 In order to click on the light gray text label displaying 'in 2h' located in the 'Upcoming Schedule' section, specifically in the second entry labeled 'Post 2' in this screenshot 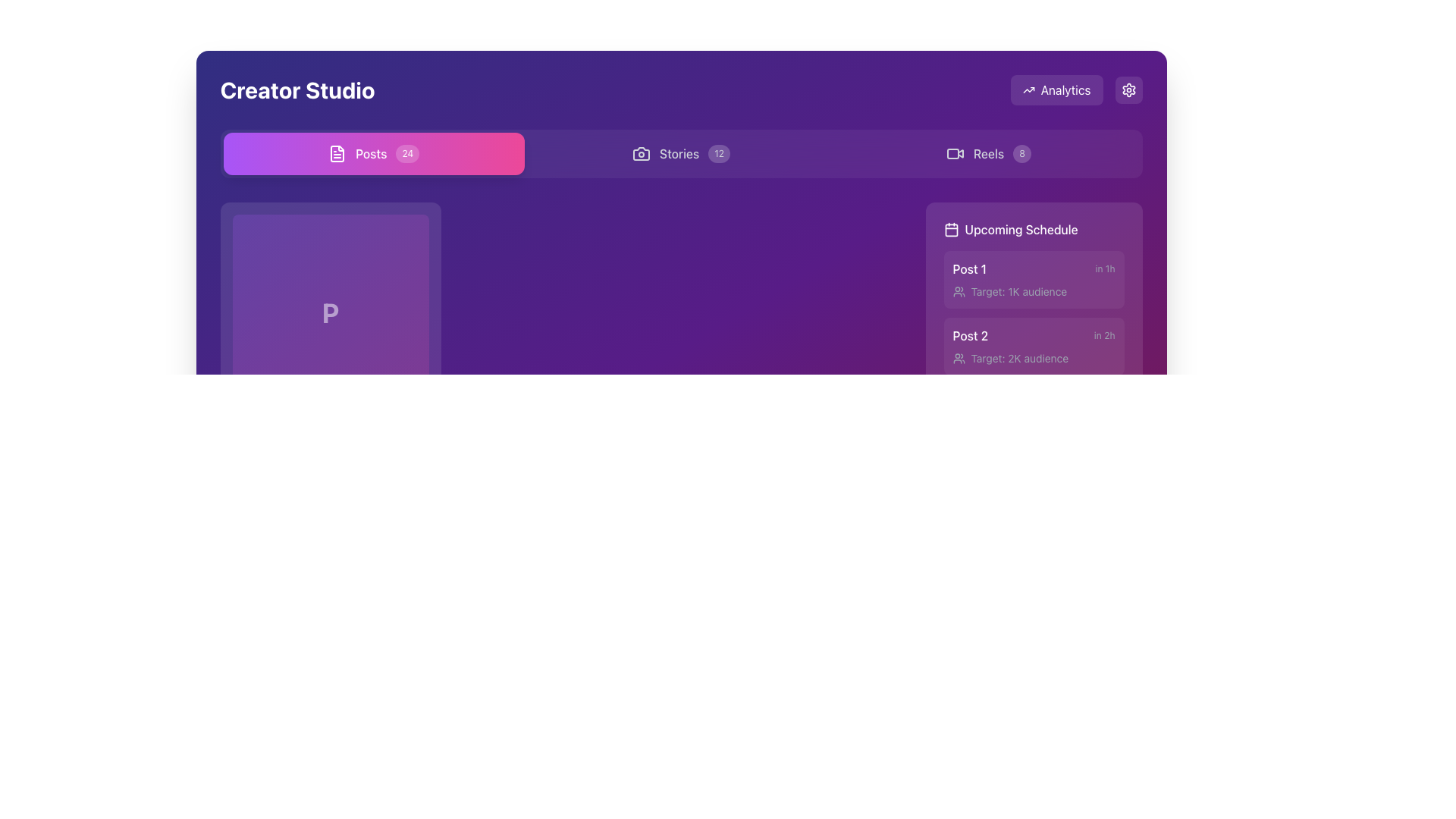, I will do `click(1104, 335)`.